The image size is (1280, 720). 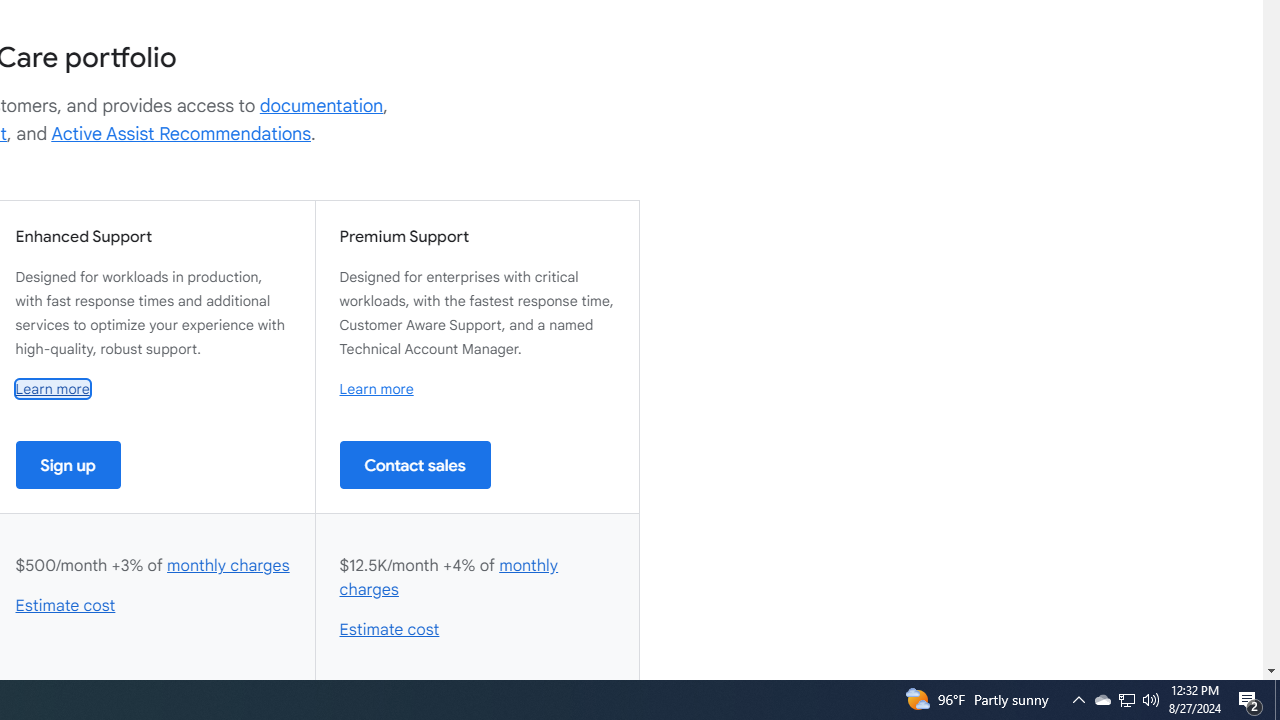 What do you see at coordinates (389, 630) in the screenshot?
I see `'Estimate cost'` at bounding box center [389, 630].